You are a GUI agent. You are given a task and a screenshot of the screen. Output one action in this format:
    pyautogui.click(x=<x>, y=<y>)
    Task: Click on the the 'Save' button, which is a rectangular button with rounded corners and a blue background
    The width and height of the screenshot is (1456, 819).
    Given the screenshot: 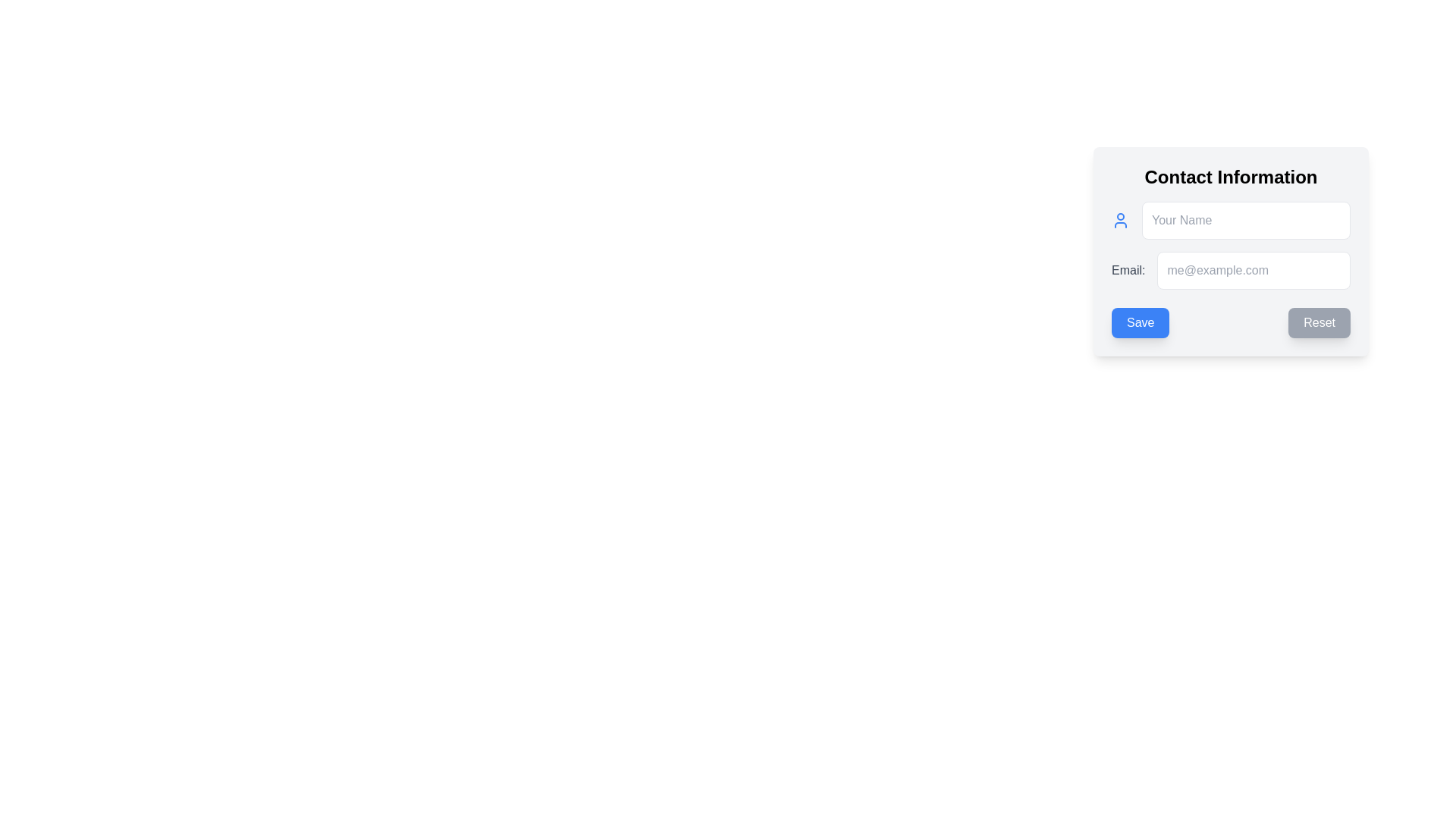 What is the action you would take?
    pyautogui.click(x=1141, y=322)
    